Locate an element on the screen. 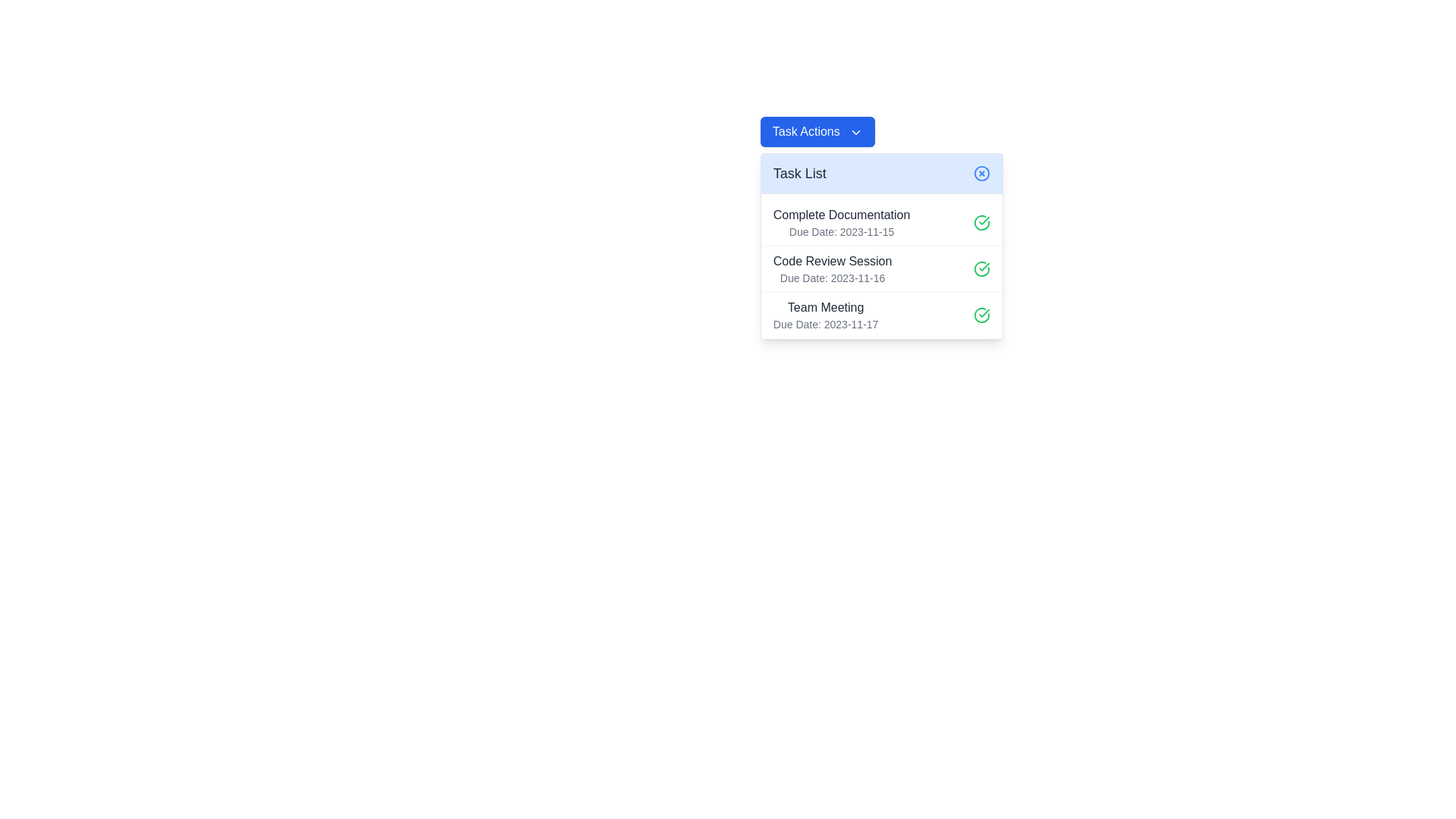 The width and height of the screenshot is (1456, 819). downward-pointing chevron arrow icon located within the 'Task Actions' button, positioned to the right of the 'Task Actions' text is located at coordinates (856, 131).